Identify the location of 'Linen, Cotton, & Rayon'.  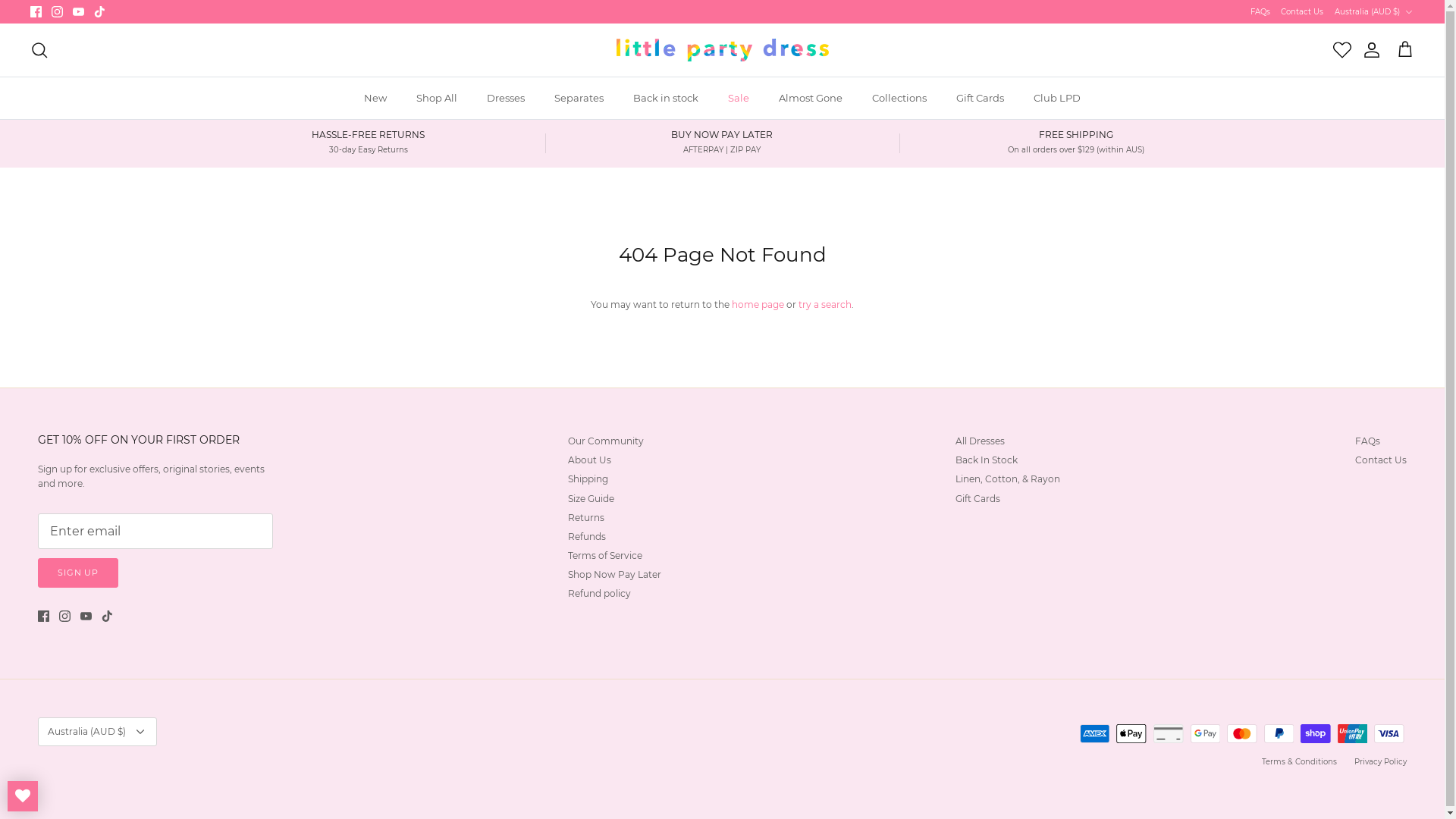
(1008, 479).